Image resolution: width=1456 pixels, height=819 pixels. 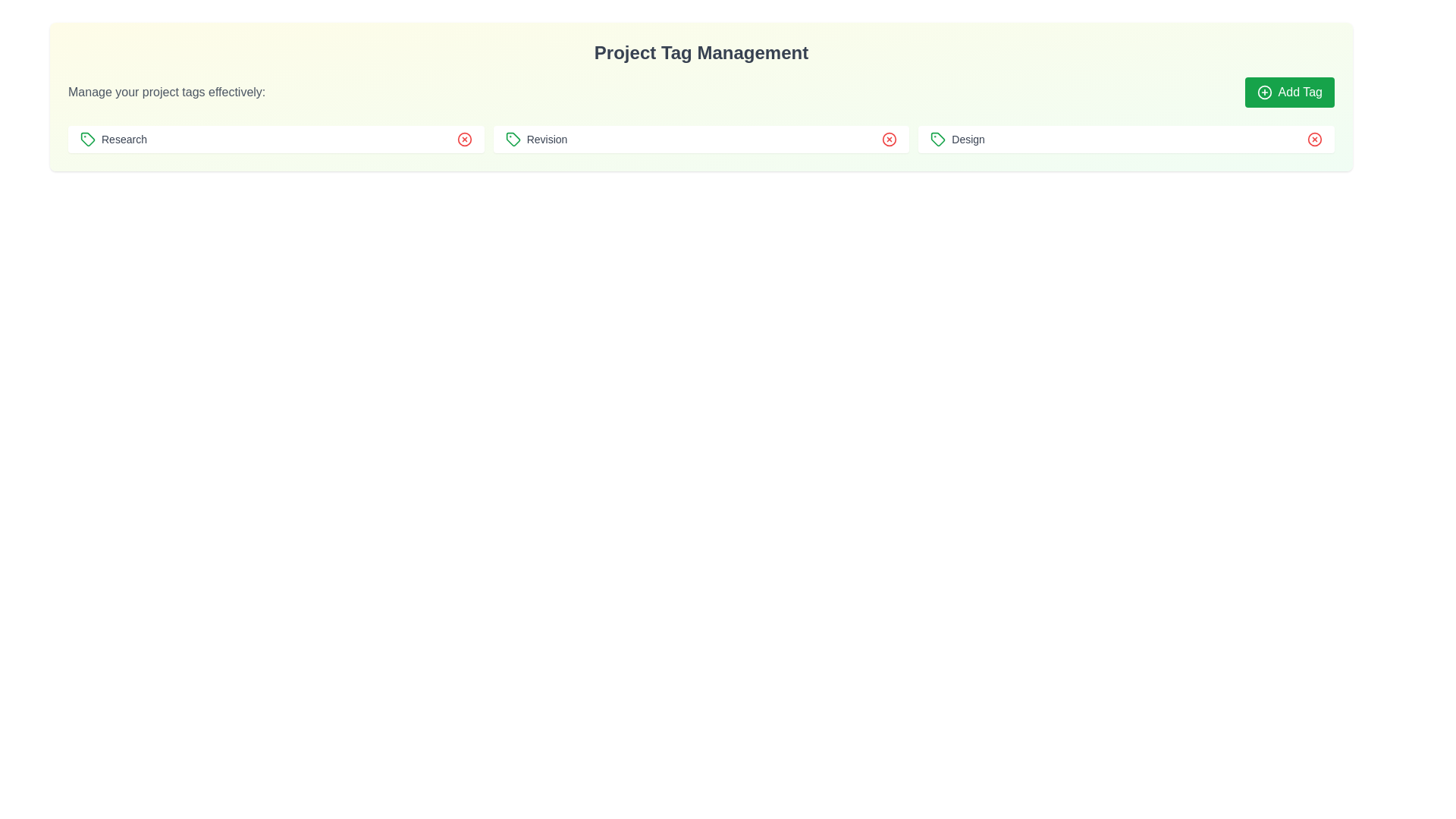 What do you see at coordinates (701, 52) in the screenshot?
I see `the static text label displaying 'Project Tag Management' which is prominently located at the upper center of the panel` at bounding box center [701, 52].